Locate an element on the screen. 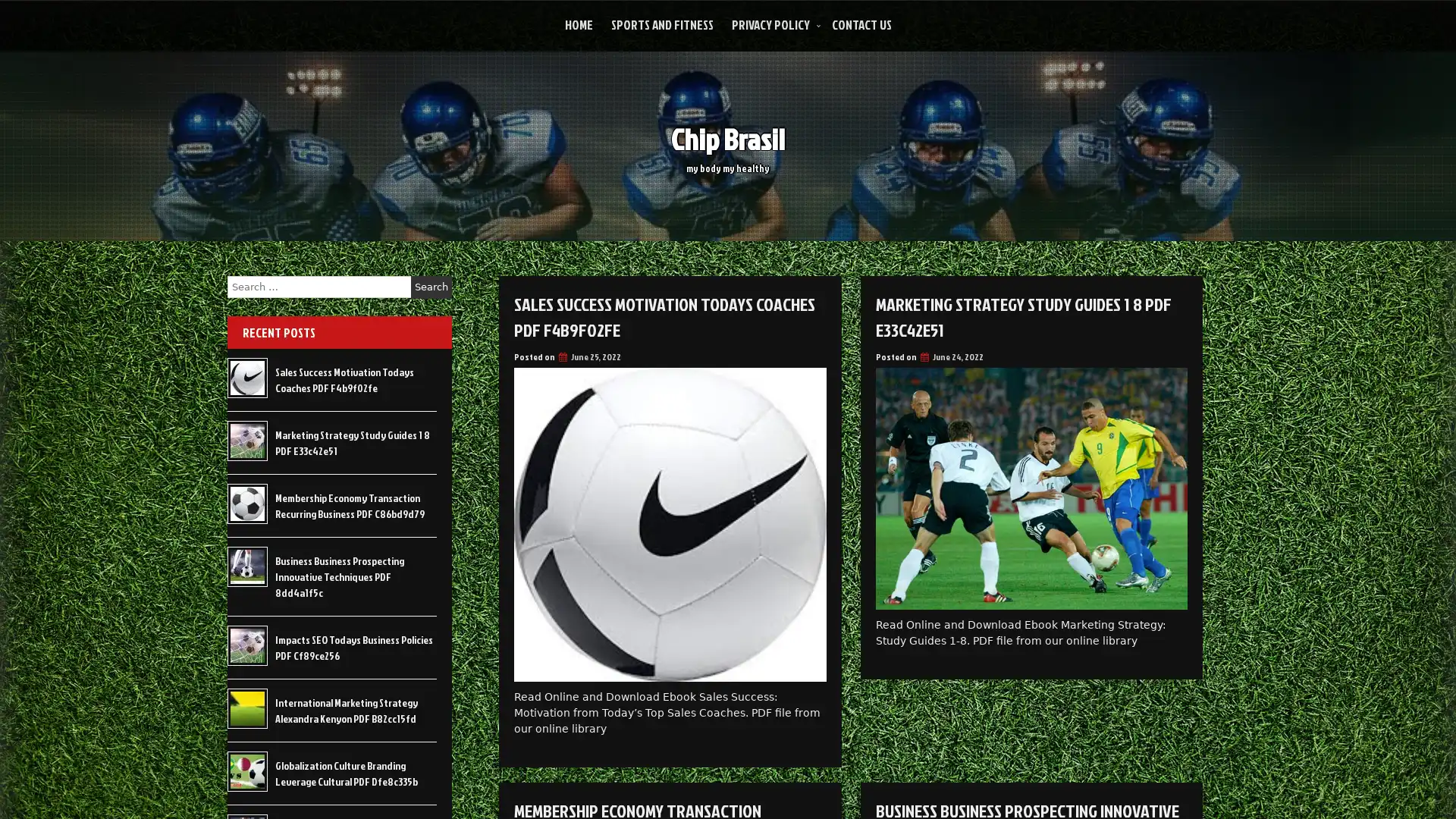 Image resolution: width=1456 pixels, height=819 pixels. Search is located at coordinates (431, 287).